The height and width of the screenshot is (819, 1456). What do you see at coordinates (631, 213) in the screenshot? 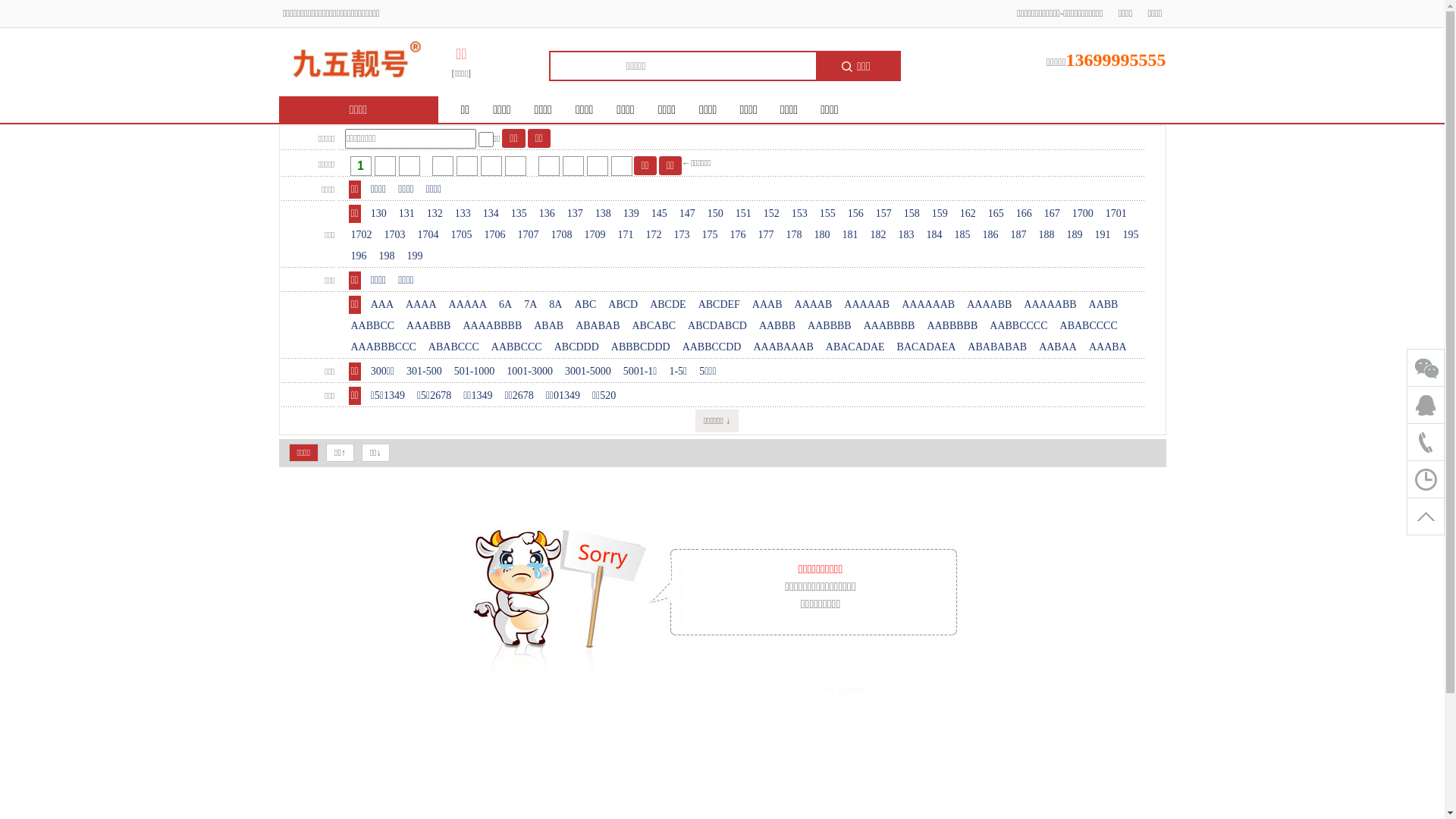
I see `'139'` at bounding box center [631, 213].